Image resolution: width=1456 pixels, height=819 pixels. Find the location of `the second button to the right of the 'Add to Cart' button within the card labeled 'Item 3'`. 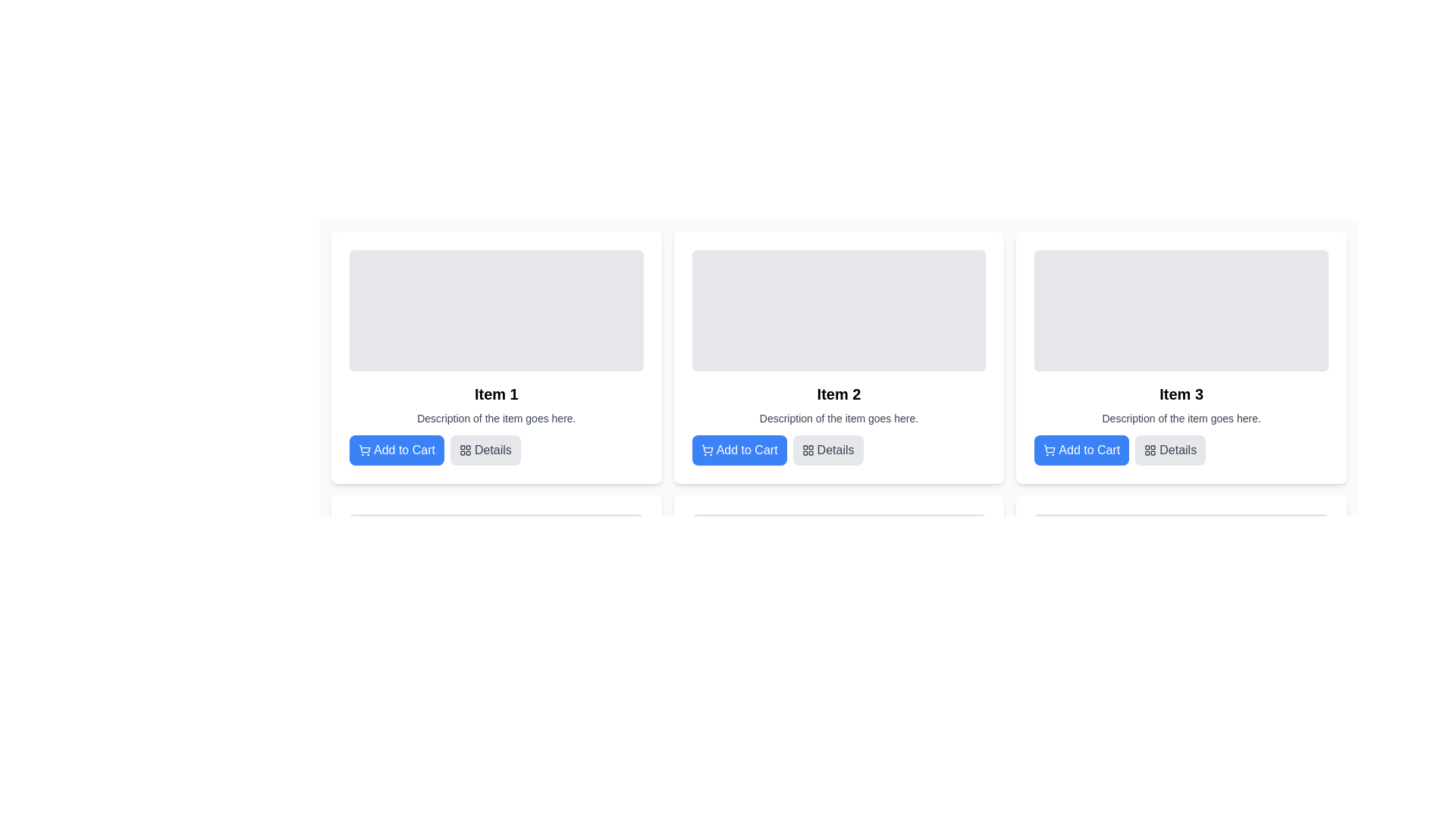

the second button to the right of the 'Add to Cart' button within the card labeled 'Item 3' is located at coordinates (1181, 450).